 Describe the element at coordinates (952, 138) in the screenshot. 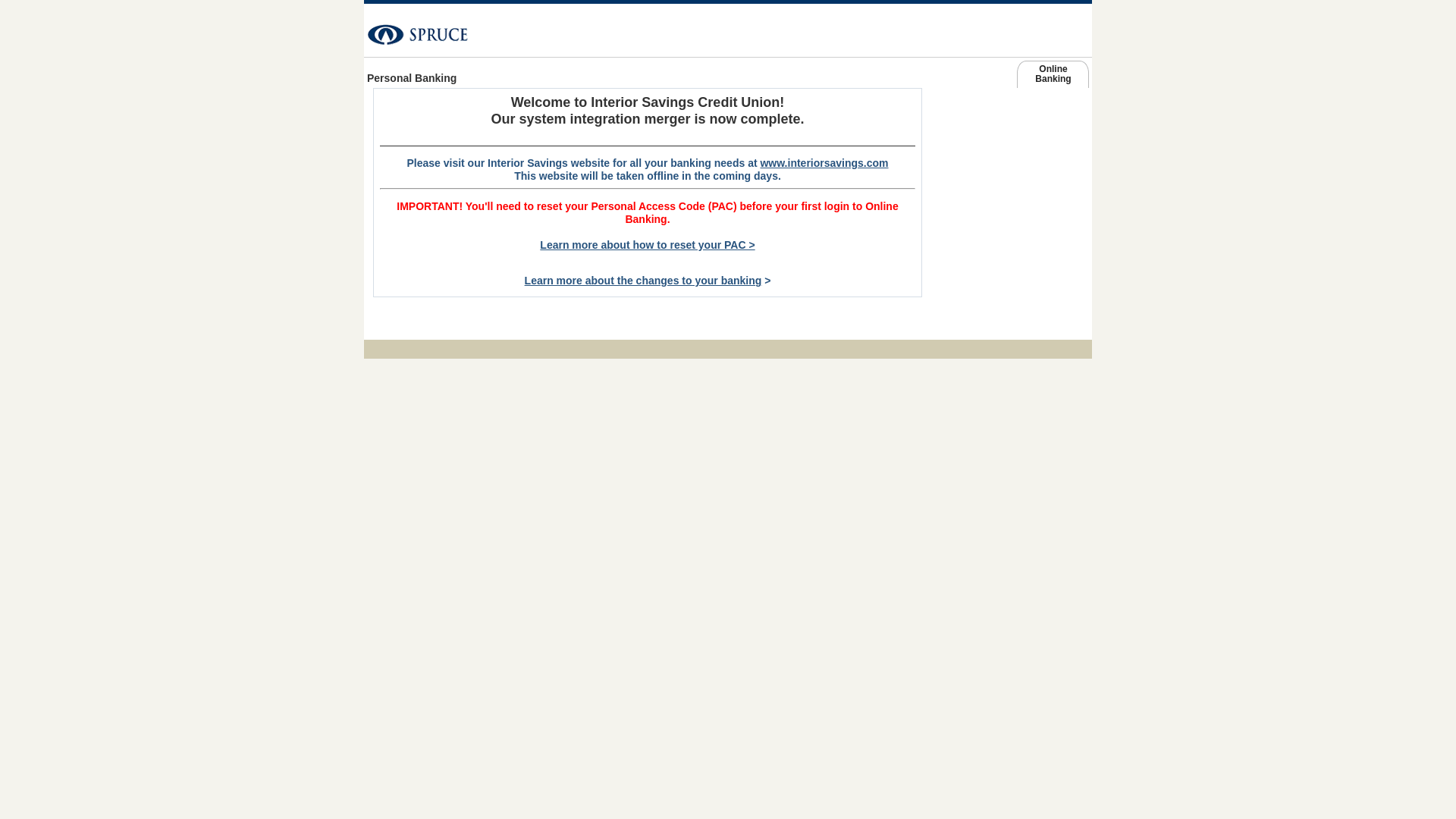

I see `'www.interiorsavings.com'` at that location.